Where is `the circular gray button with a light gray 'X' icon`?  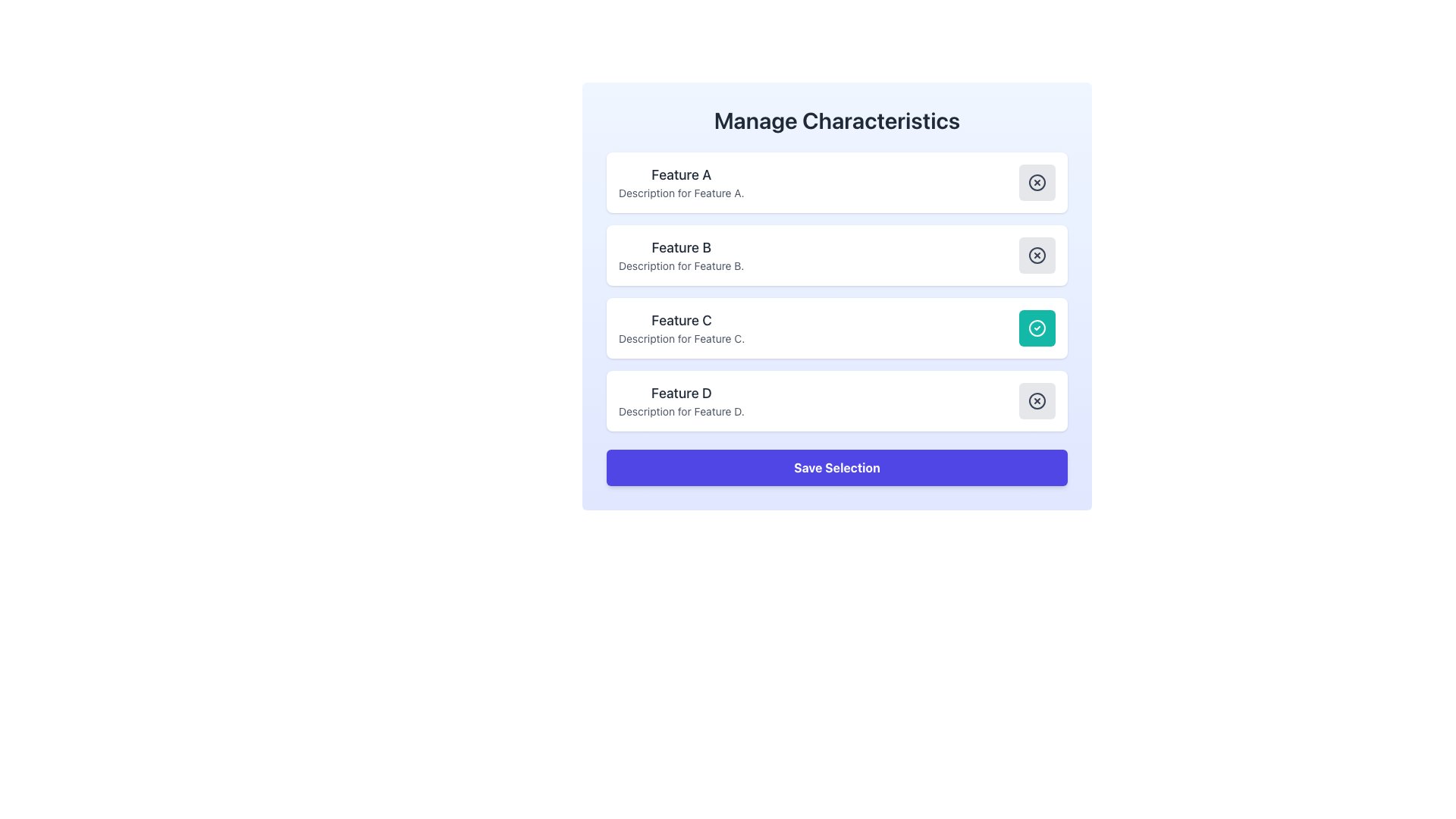 the circular gray button with a light gray 'X' icon is located at coordinates (1037, 181).